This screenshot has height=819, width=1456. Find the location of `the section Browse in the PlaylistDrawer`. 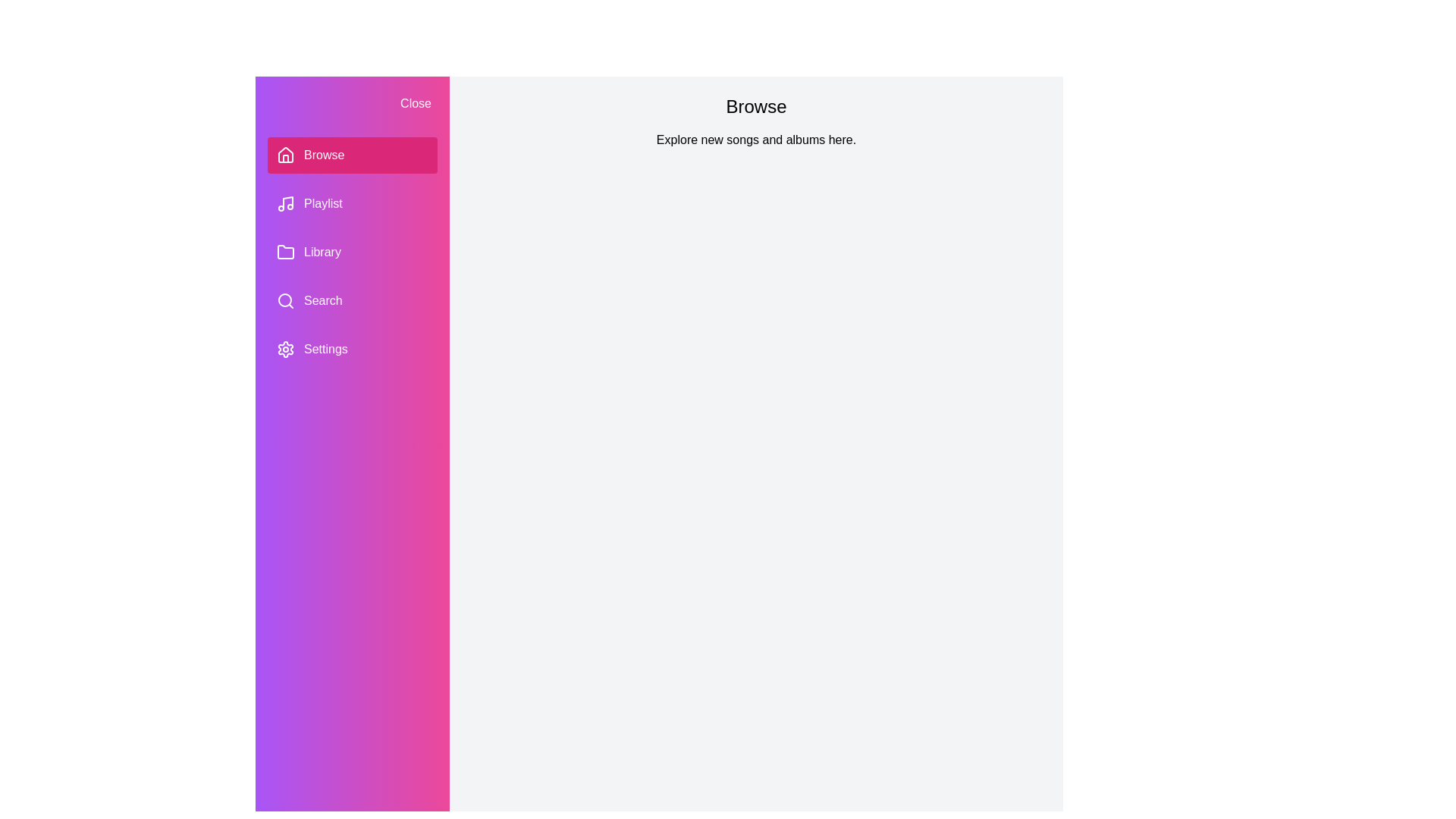

the section Browse in the PlaylistDrawer is located at coordinates (352, 155).